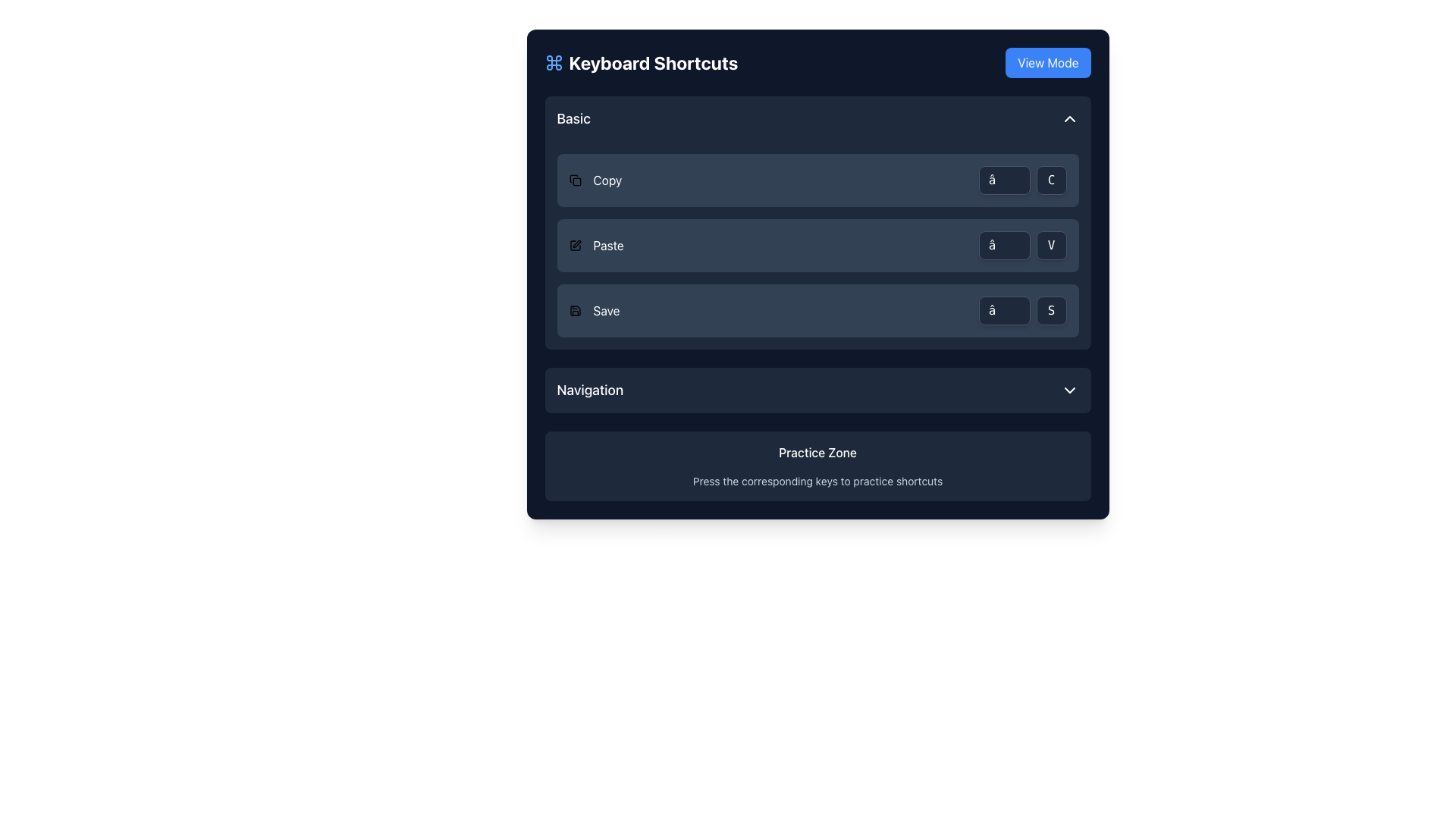  What do you see at coordinates (1068, 118) in the screenshot?
I see `the small, downward-facing chevron icon located adjacent to the text label 'Basic'` at bounding box center [1068, 118].